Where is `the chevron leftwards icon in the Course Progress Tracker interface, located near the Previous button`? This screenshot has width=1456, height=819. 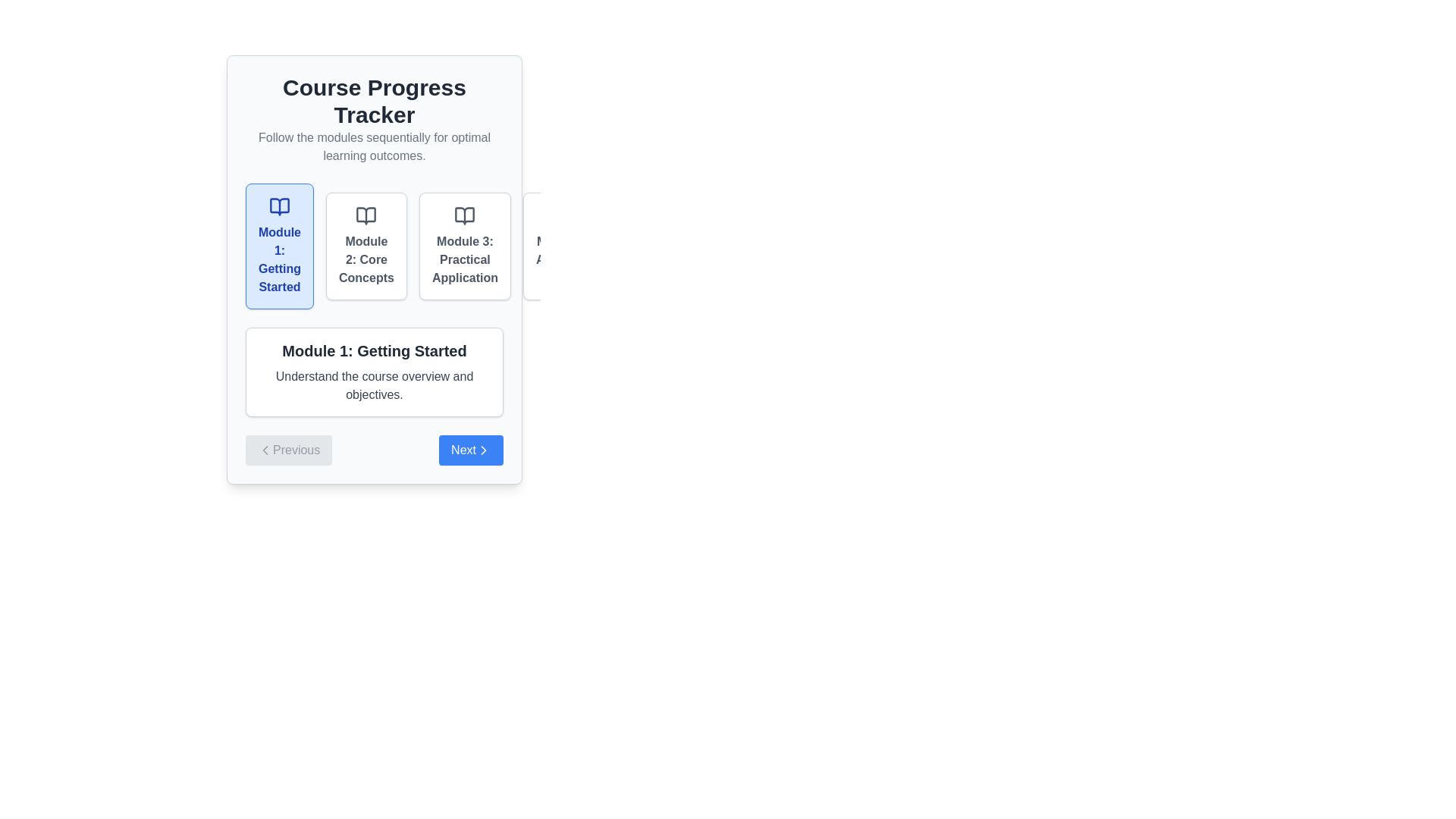
the chevron leftwards icon in the Course Progress Tracker interface, located near the Previous button is located at coordinates (265, 450).